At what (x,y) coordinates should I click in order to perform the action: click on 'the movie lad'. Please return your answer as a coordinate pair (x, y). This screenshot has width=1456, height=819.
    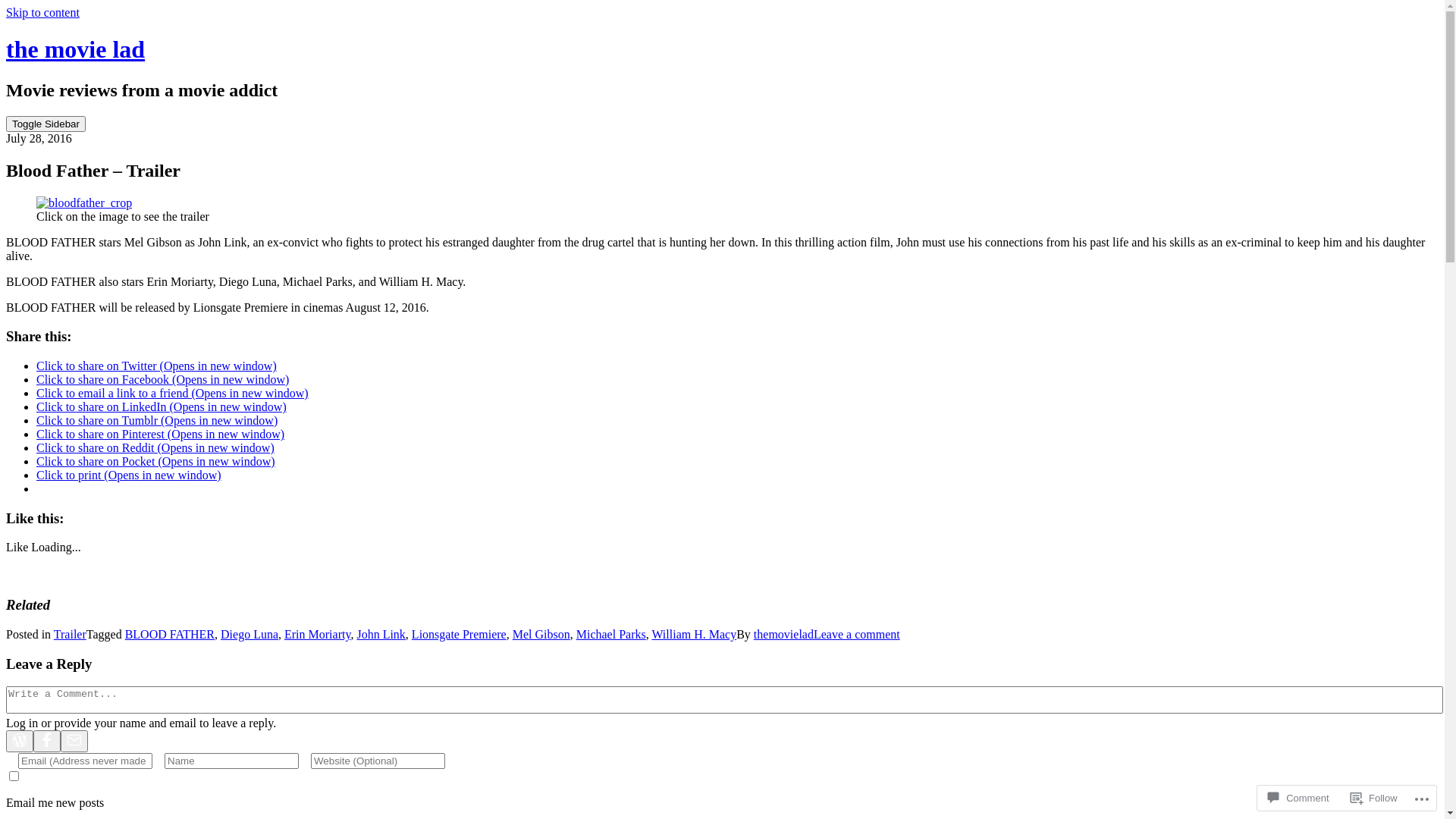
    Looking at the image, I should click on (6, 49).